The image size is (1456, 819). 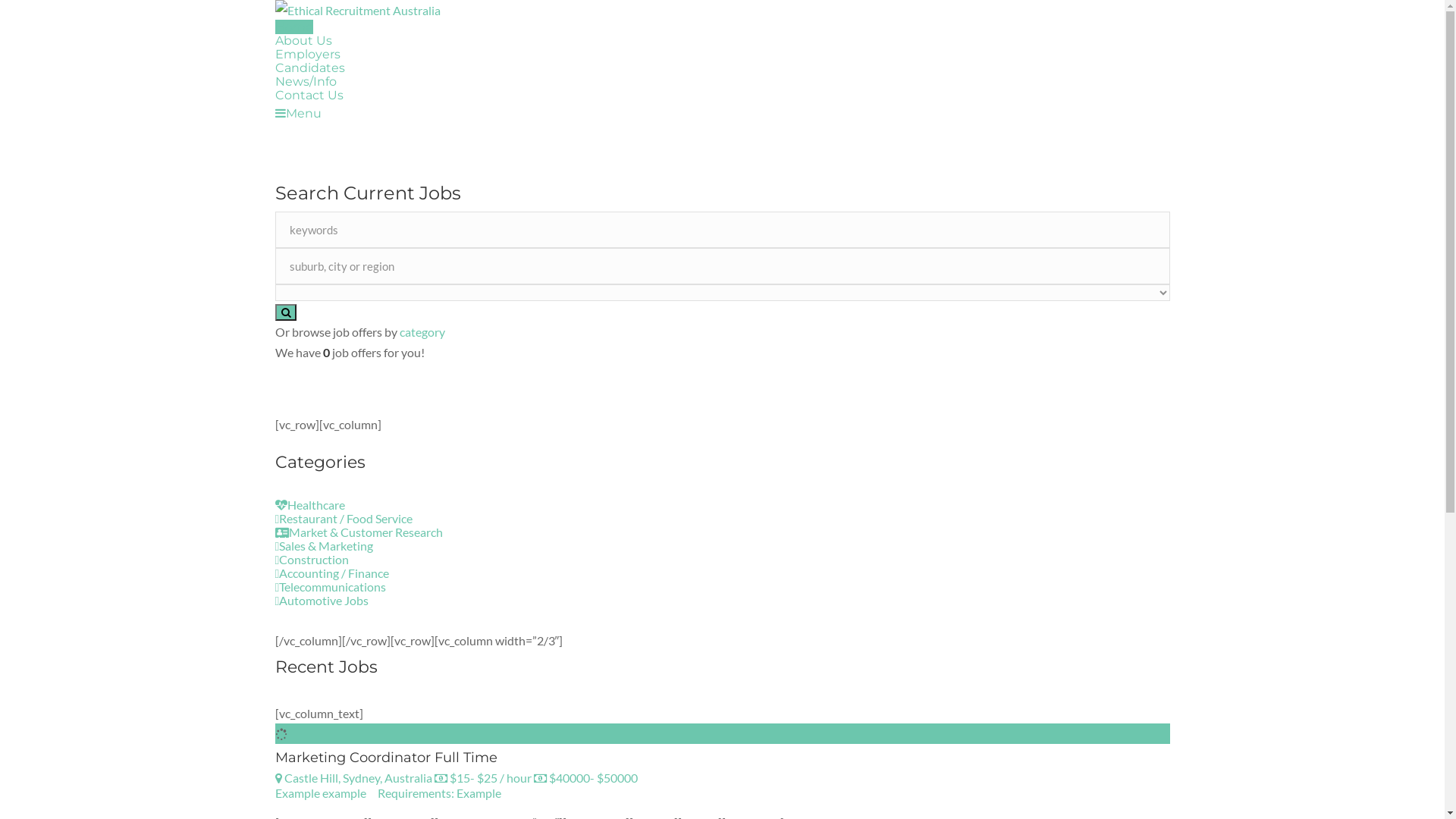 I want to click on 'Restaurant / Food Service', so click(x=342, y=517).